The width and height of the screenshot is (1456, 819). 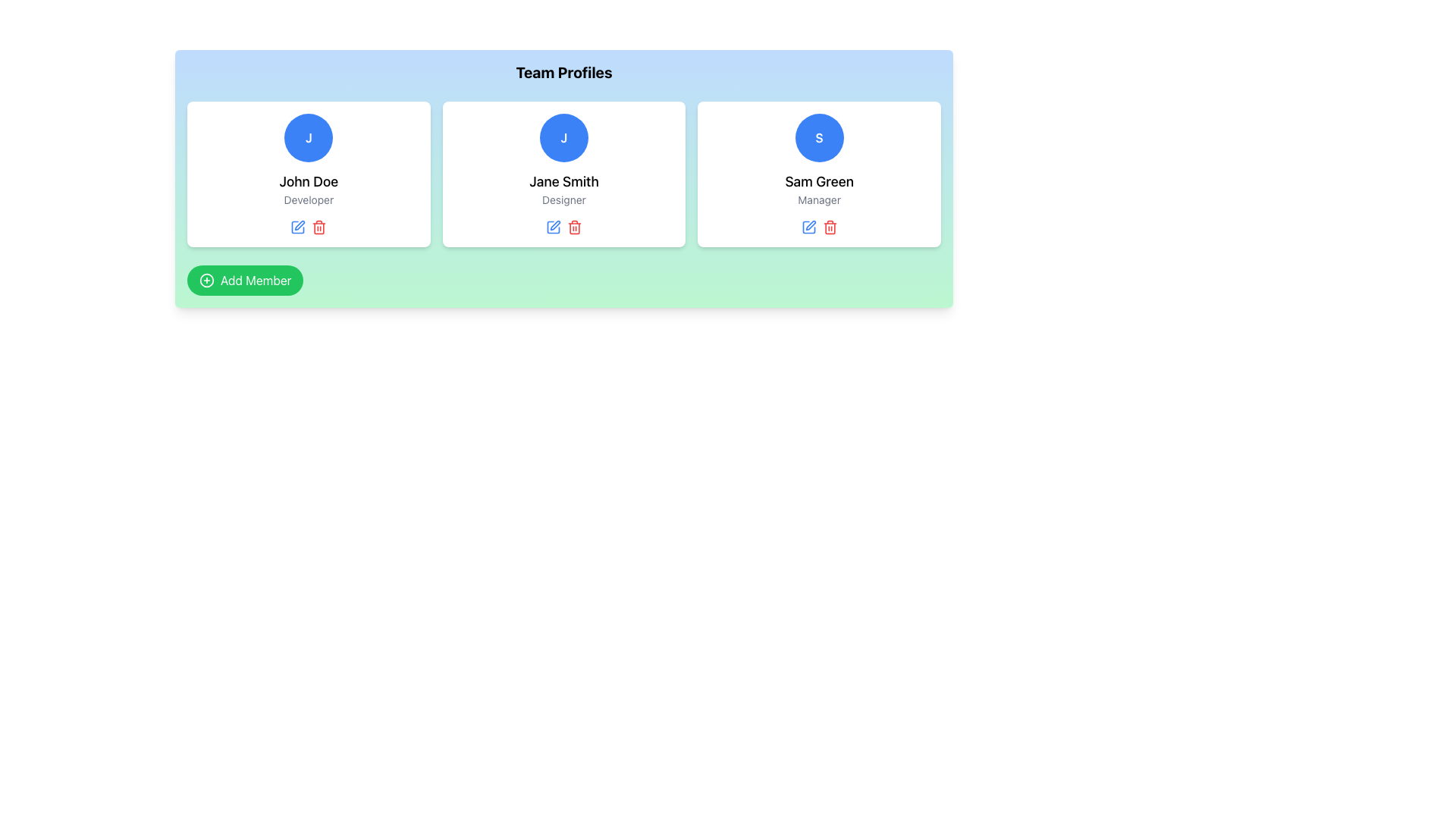 I want to click on the blue pen icon located below the label 'Sam Green' in the 'Team Profiles' section to trigger the hover effect, so click(x=808, y=227).